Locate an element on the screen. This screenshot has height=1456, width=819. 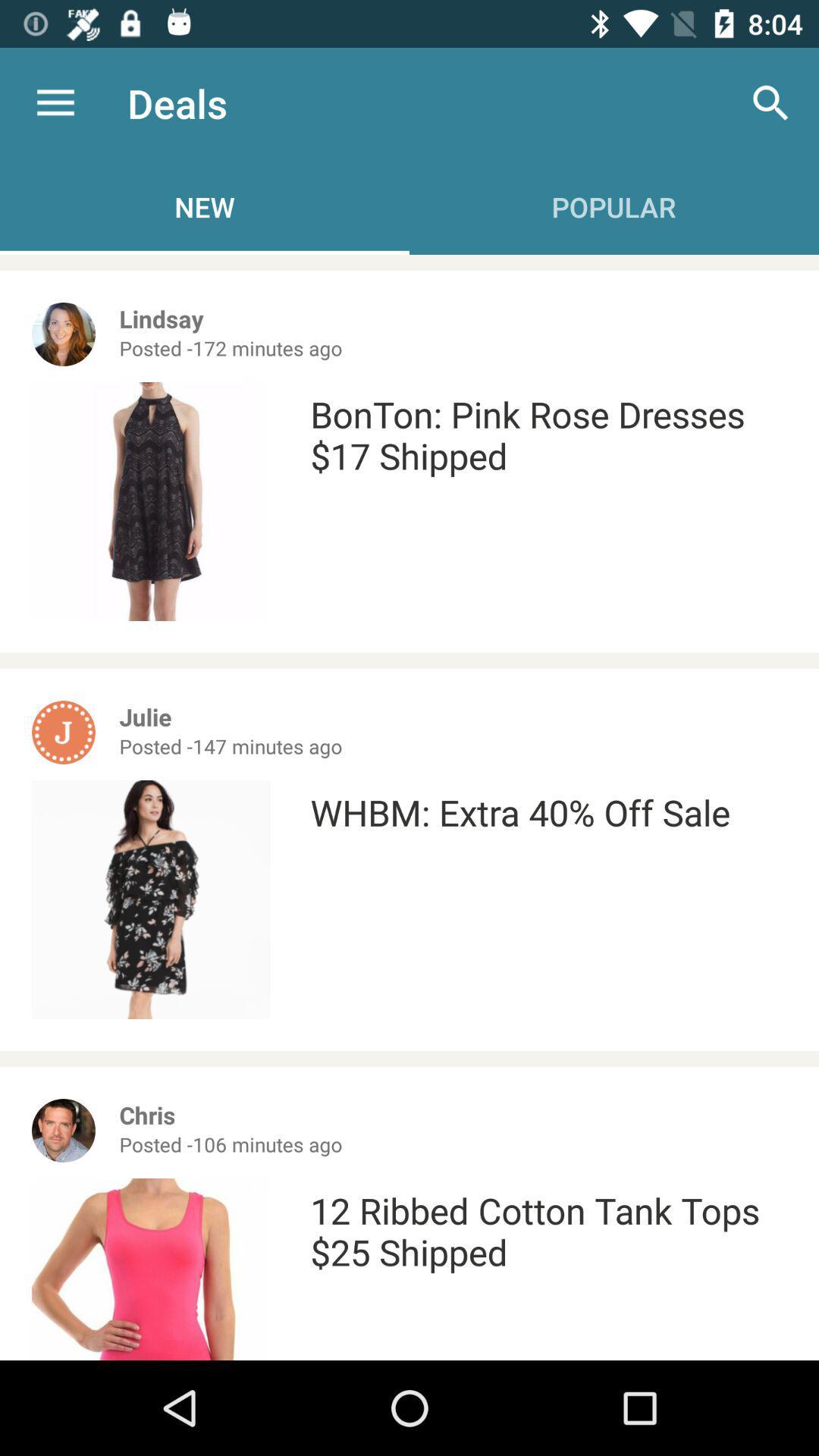
the second picture is located at coordinates (151, 899).